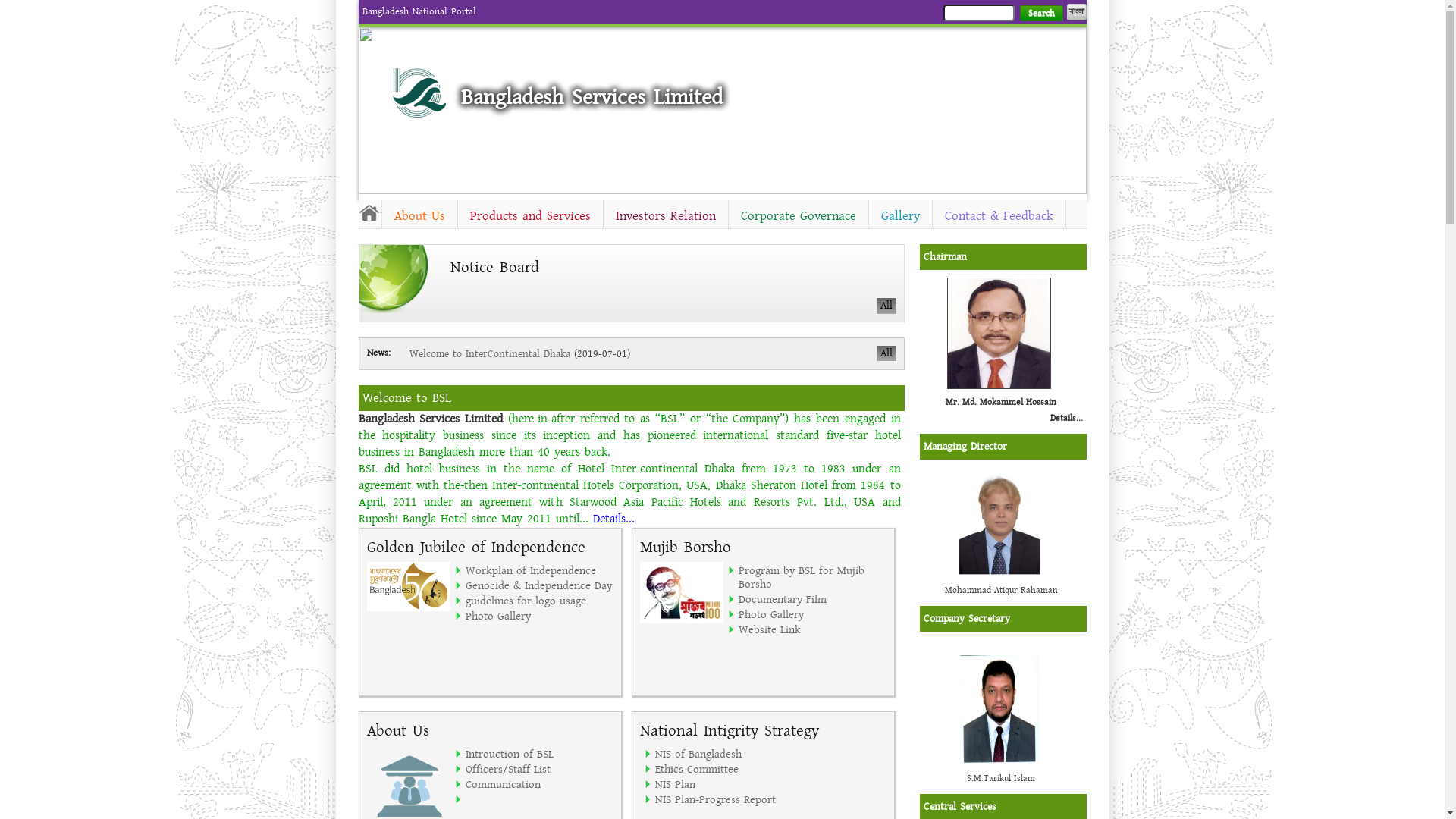  Describe the element at coordinates (419, 216) in the screenshot. I see `'About Us'` at that location.